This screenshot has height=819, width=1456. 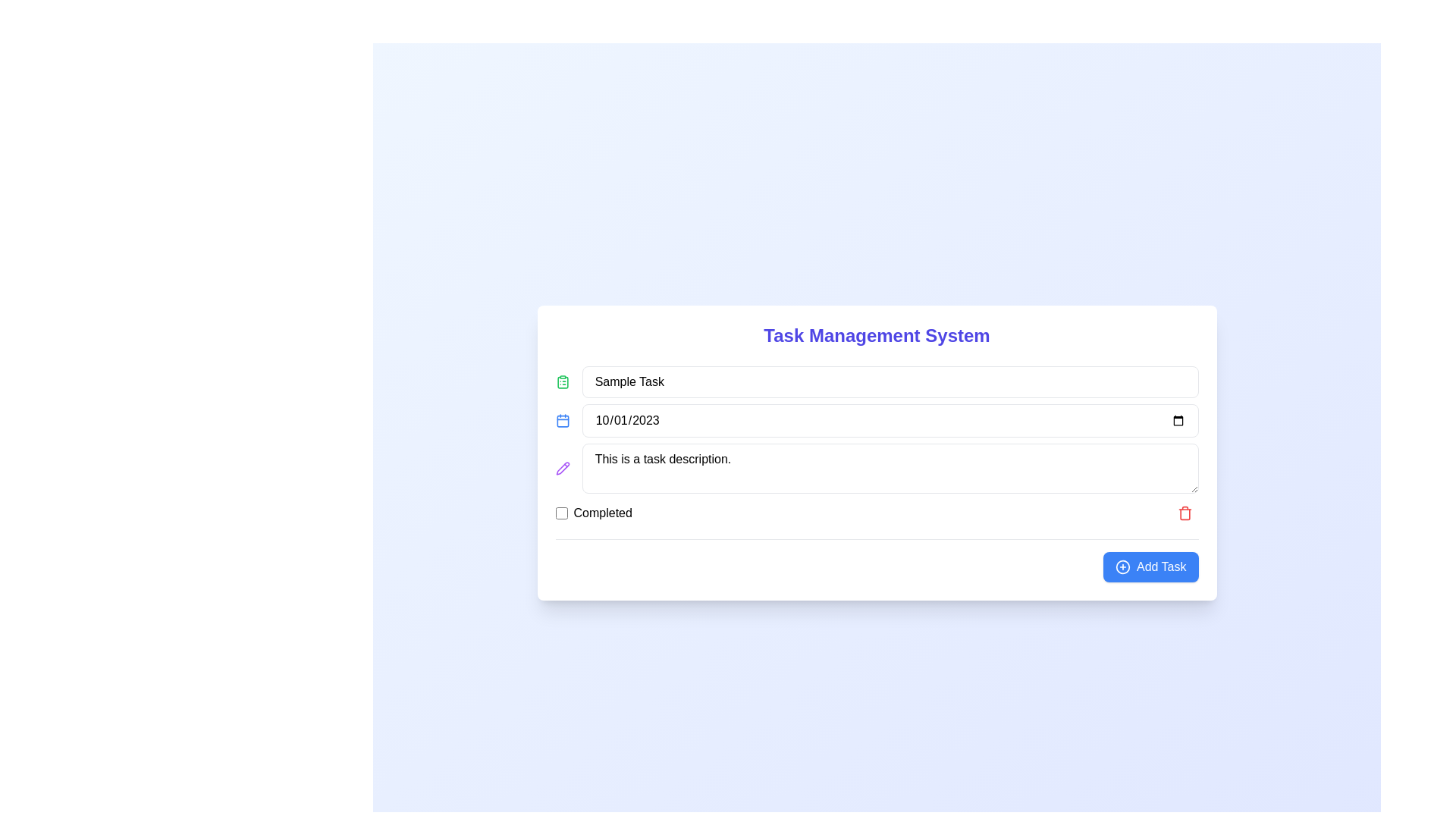 I want to click on the Date Input element located in the second row of the task details section to use the icons for additional actions, so click(x=877, y=420).